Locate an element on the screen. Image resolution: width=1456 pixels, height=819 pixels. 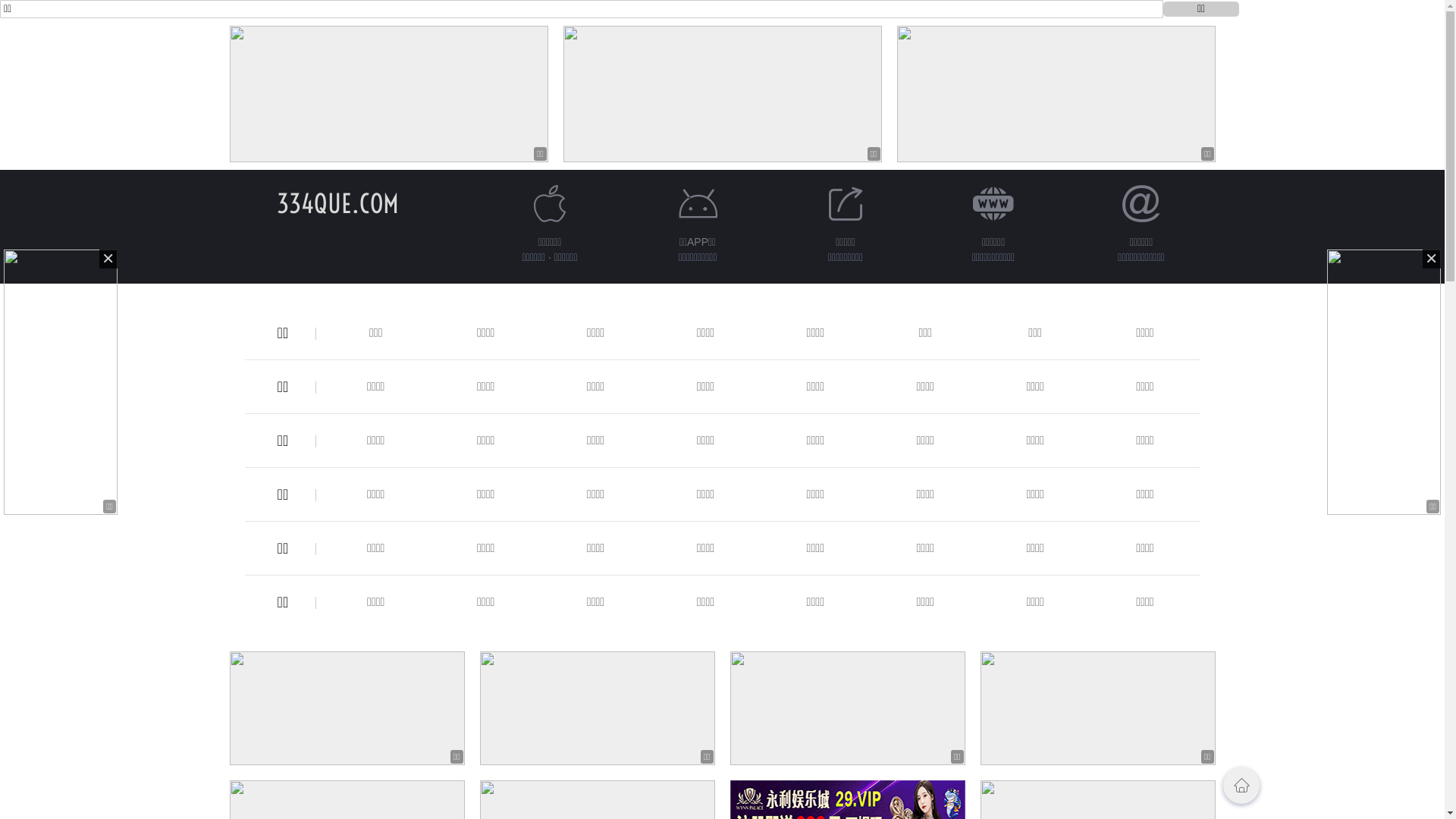
'334QUE.COM' is located at coordinates (337, 202).